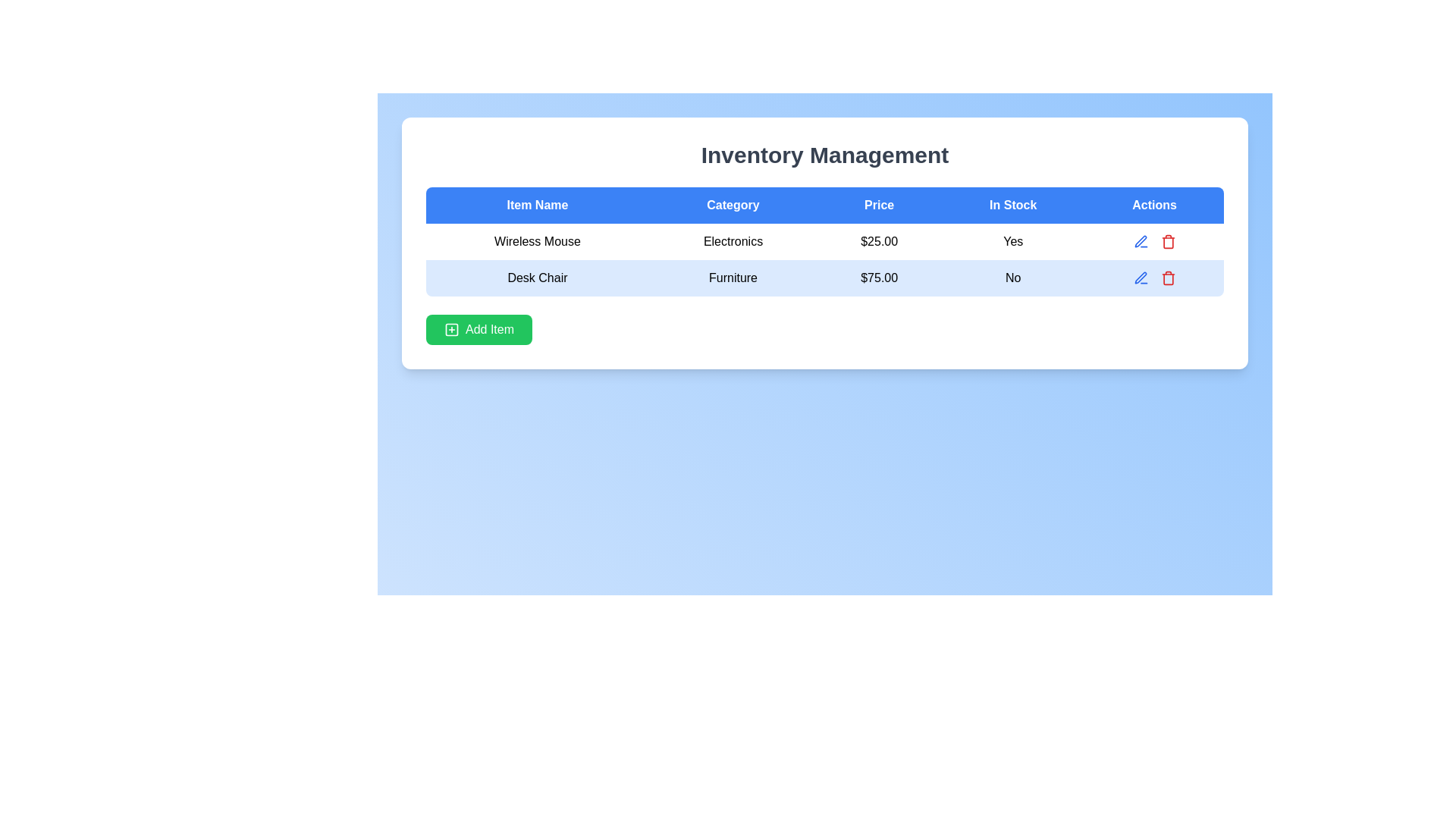 The height and width of the screenshot is (819, 1456). Describe the element at coordinates (733, 278) in the screenshot. I see `text of the 'Furniture' label located in the second row of the inventory table under the 'Category' column` at that location.